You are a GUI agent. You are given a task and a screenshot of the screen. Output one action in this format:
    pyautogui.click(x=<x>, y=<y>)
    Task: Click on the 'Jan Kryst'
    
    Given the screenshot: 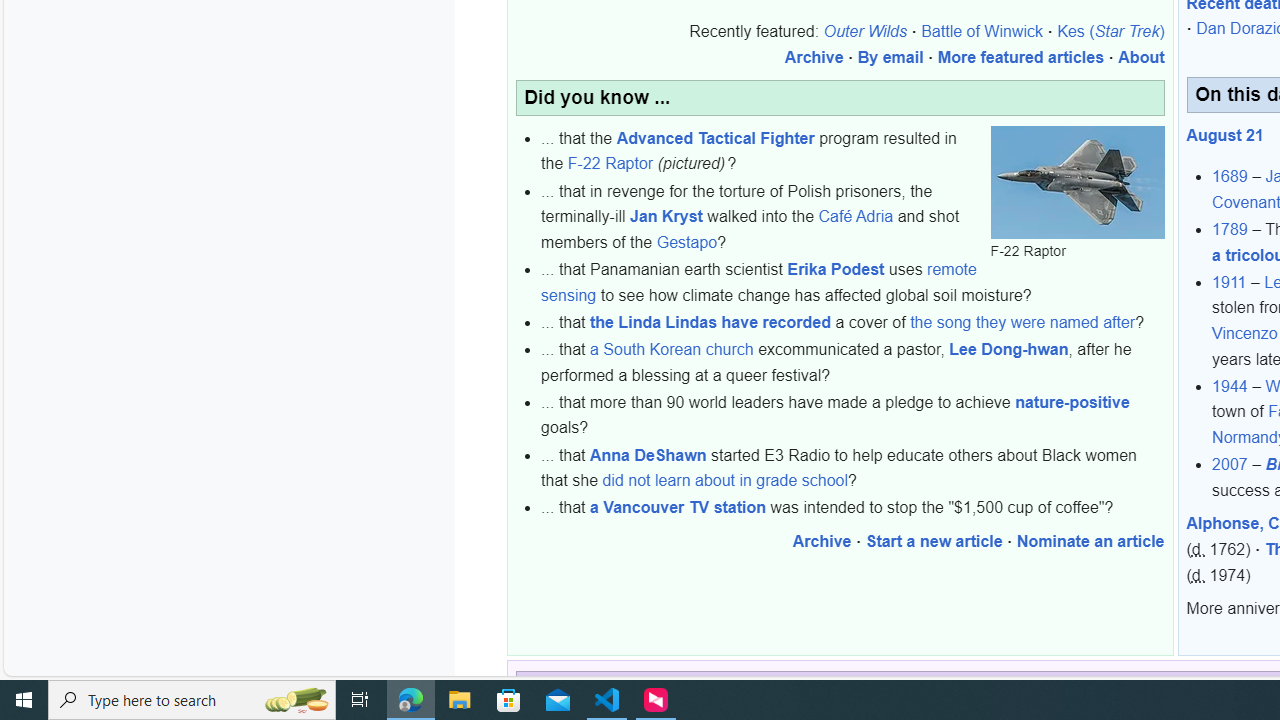 What is the action you would take?
    pyautogui.click(x=666, y=217)
    